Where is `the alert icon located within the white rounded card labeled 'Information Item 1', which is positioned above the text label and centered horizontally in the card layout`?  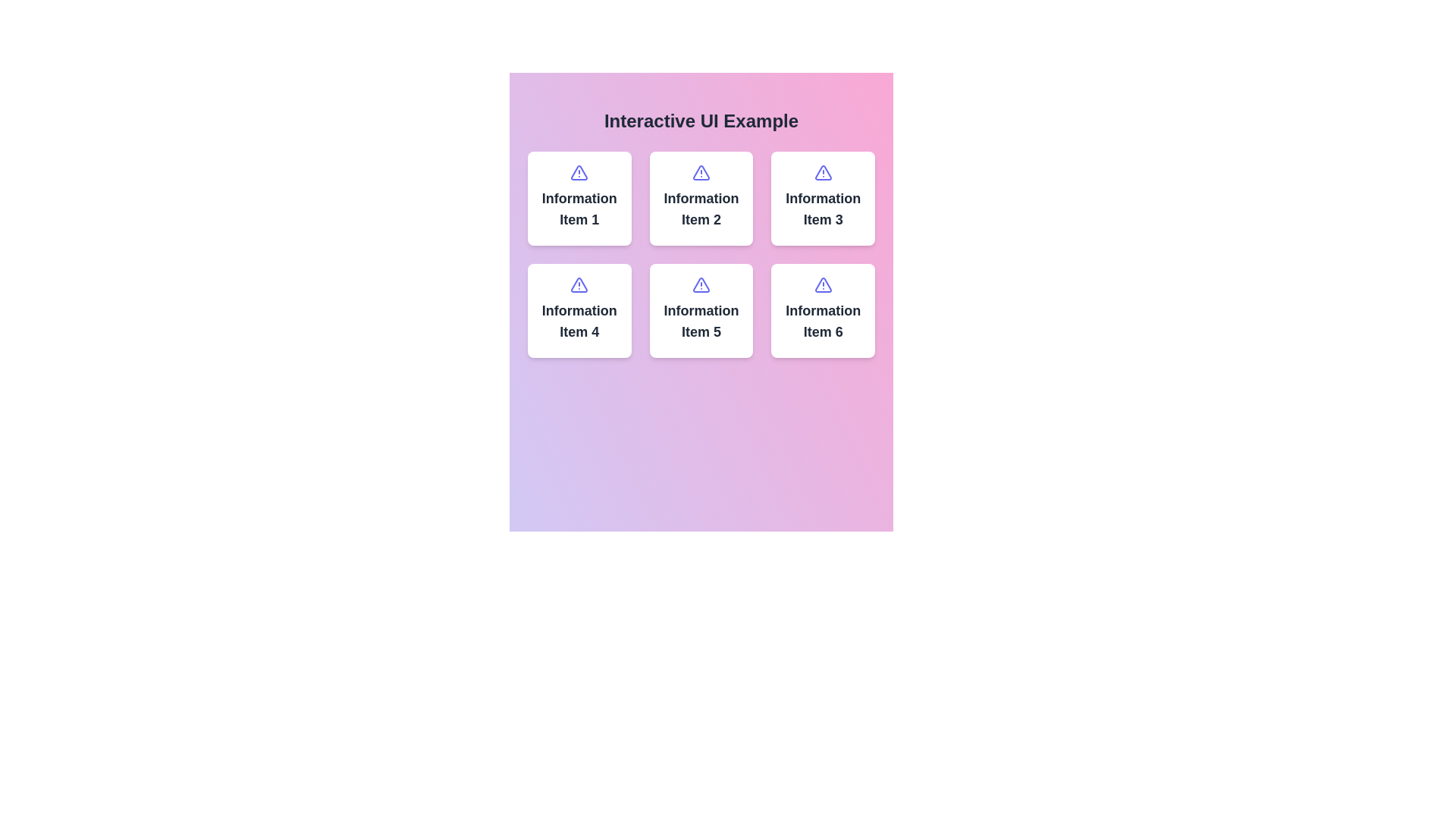
the alert icon located within the white rounded card labeled 'Information Item 1', which is positioned above the text label and centered horizontally in the card layout is located at coordinates (579, 171).